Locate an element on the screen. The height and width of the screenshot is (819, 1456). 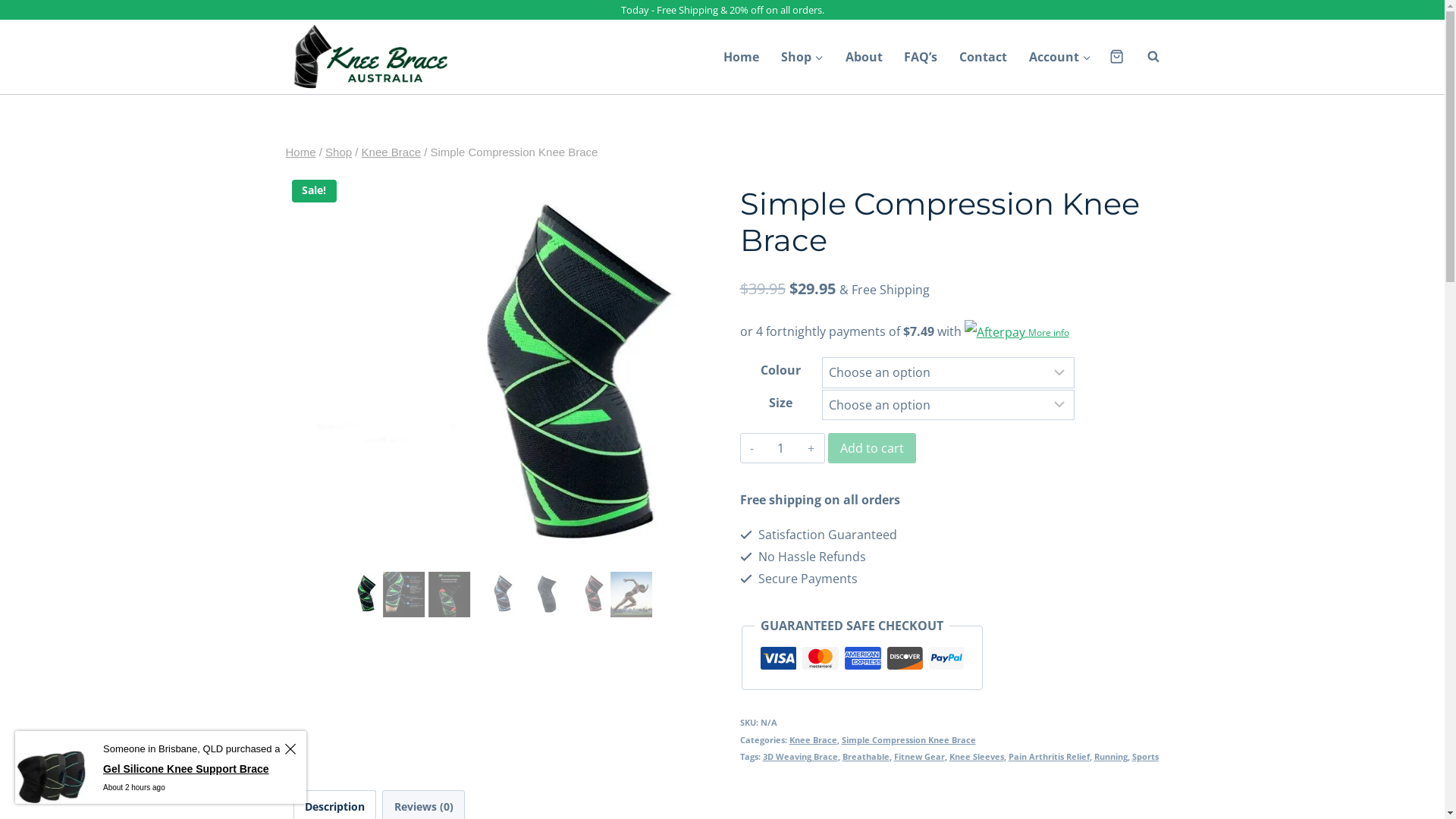
'Gel Silicone Knee Support Brace' is located at coordinates (118, 769).